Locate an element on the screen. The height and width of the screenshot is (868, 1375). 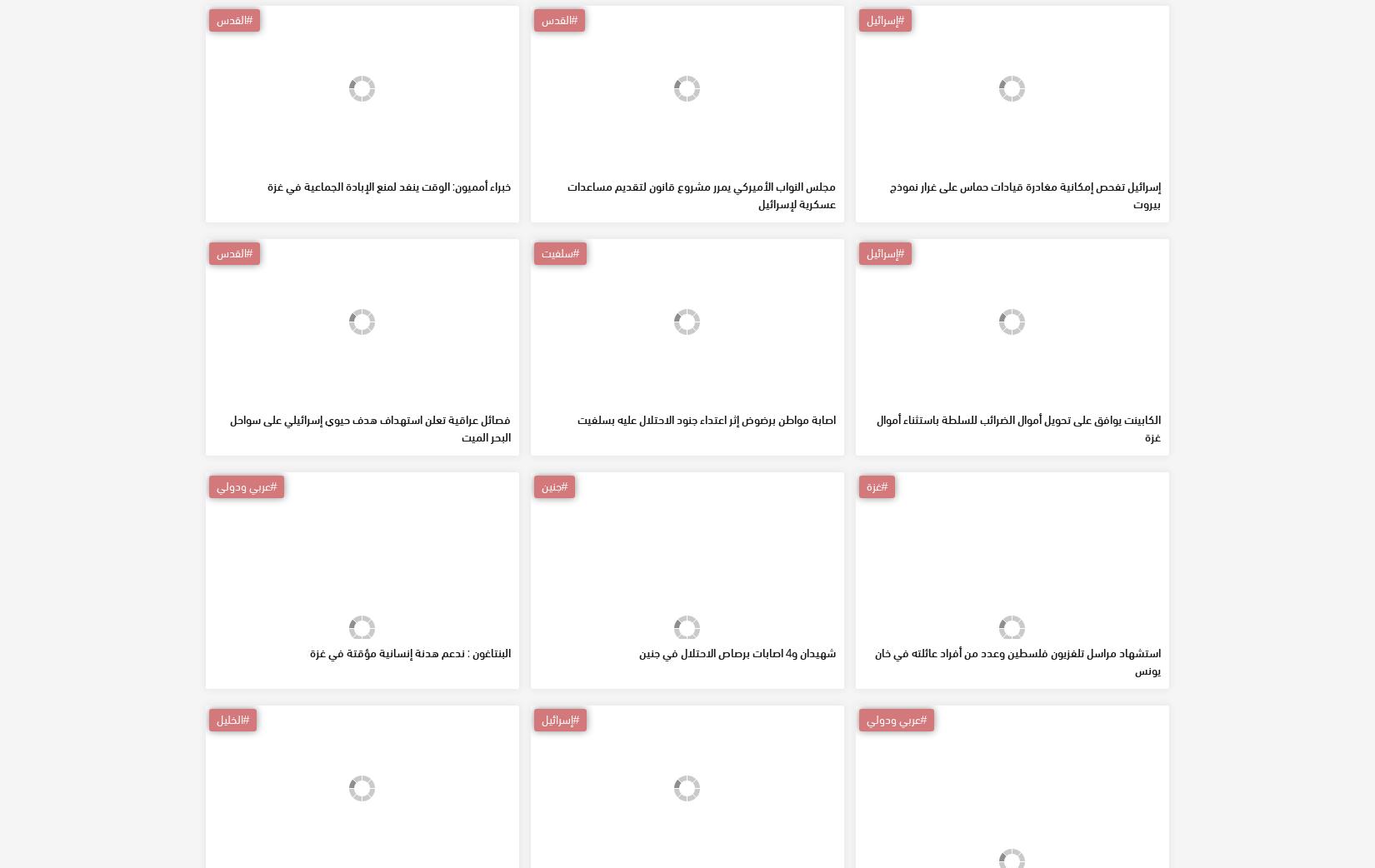
'البنتاغون : ندعم هدنة إنسانية مؤقتة في غزة' is located at coordinates (409, 771).